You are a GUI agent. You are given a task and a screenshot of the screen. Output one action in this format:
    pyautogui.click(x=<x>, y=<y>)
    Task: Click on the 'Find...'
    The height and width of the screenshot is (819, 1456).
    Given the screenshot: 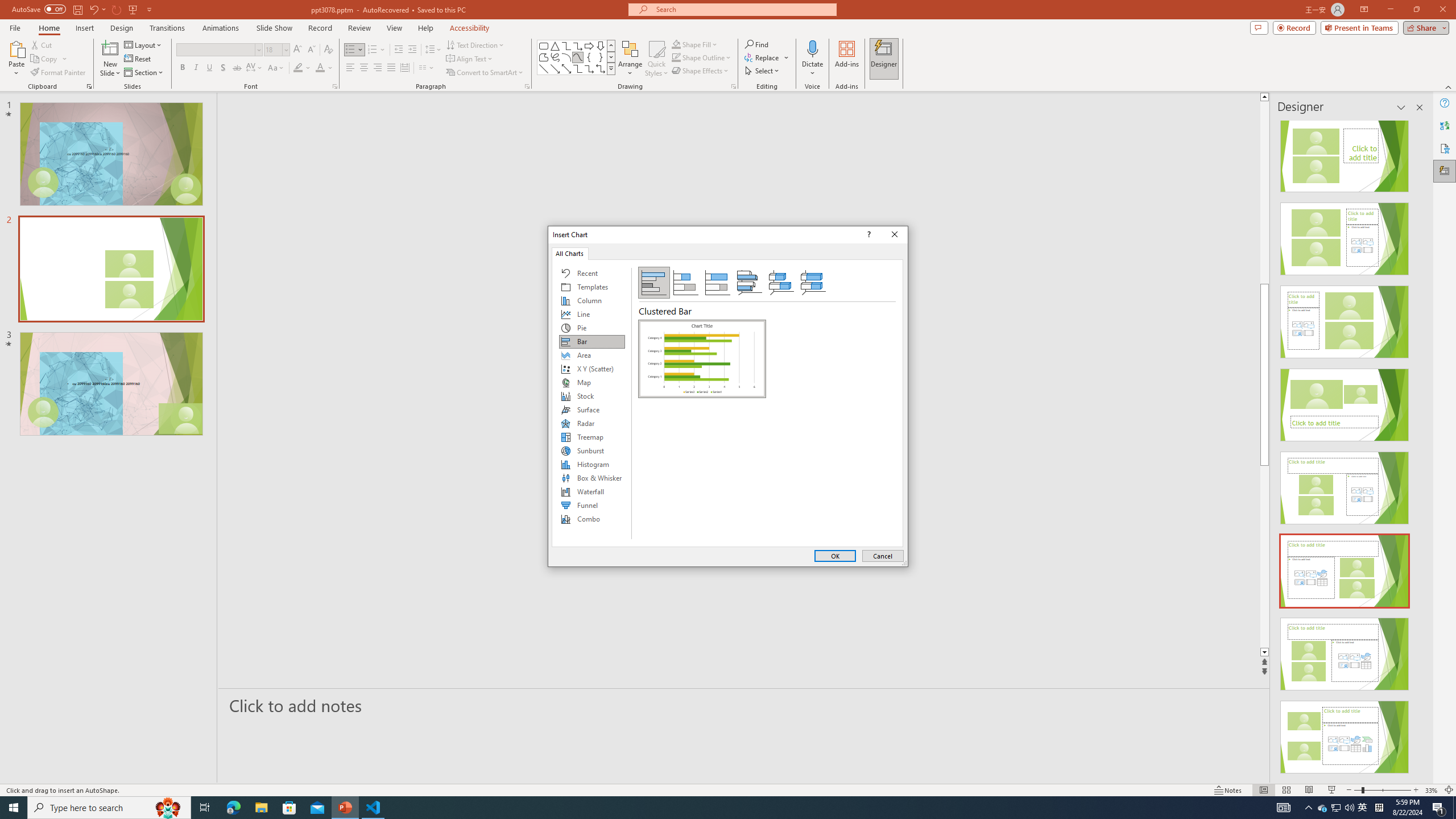 What is the action you would take?
    pyautogui.click(x=756, y=44)
    